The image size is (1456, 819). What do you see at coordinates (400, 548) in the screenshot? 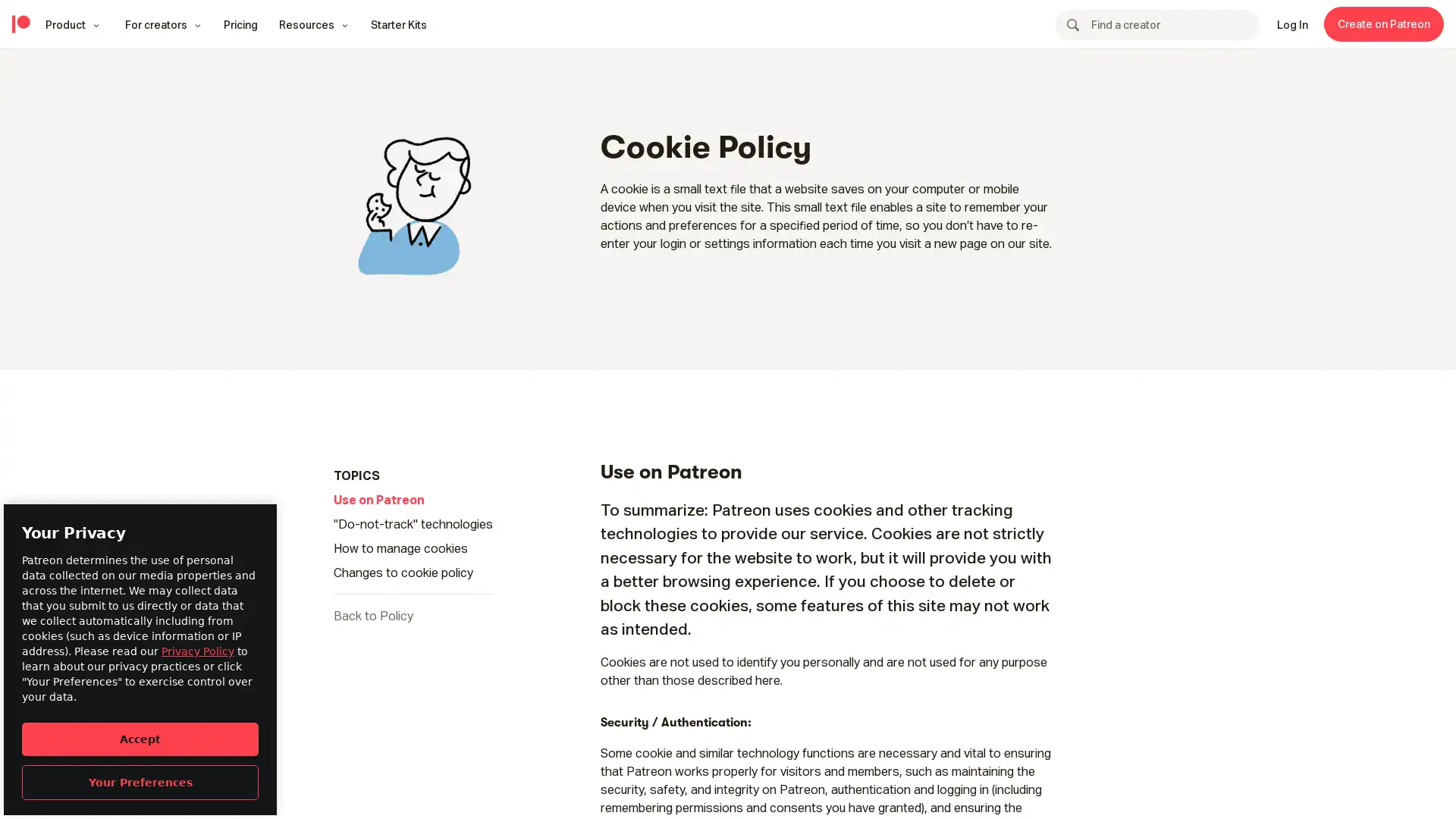
I see `How to manage cookies` at bounding box center [400, 548].